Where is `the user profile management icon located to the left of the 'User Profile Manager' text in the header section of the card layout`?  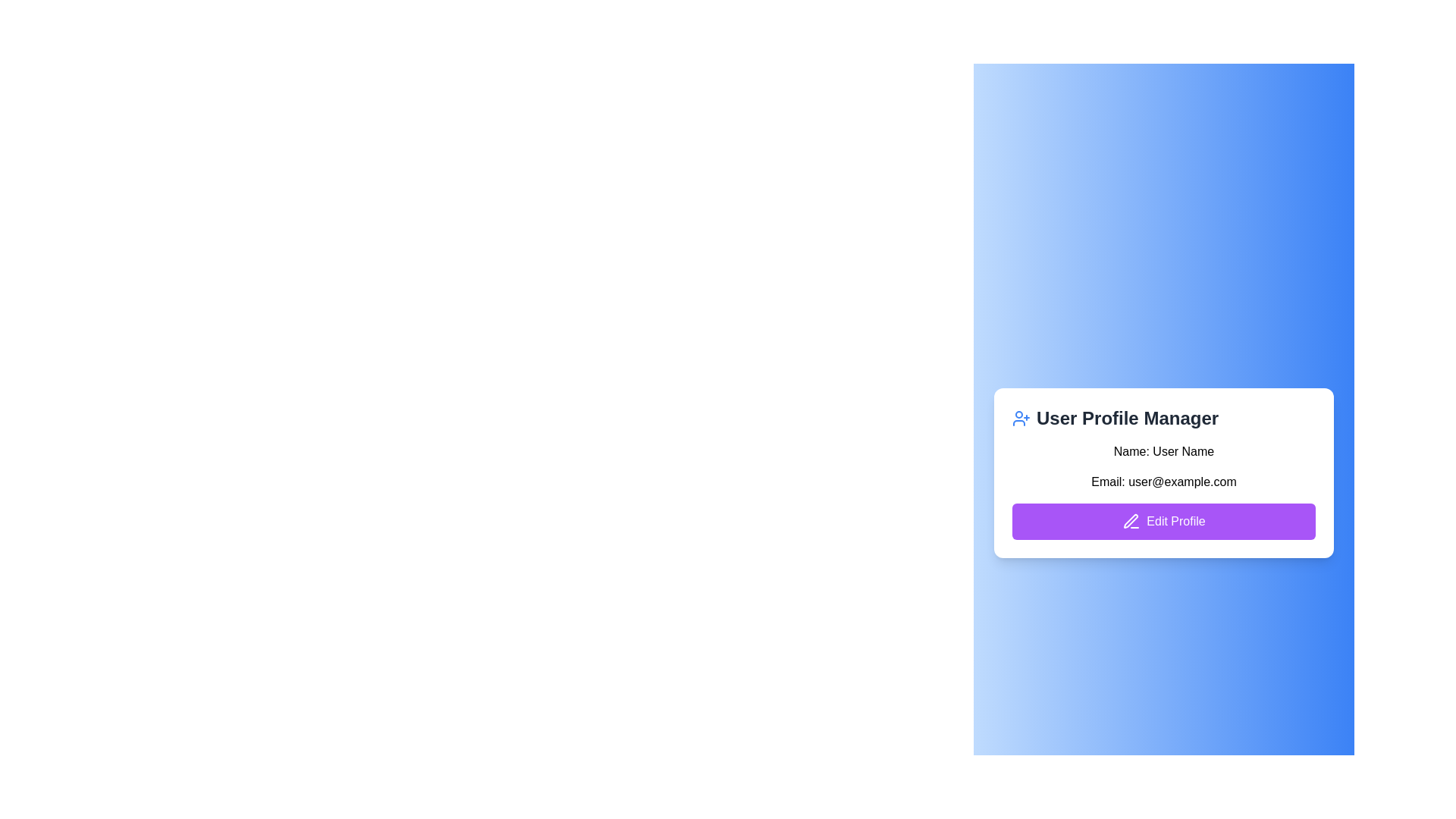 the user profile management icon located to the left of the 'User Profile Manager' text in the header section of the card layout is located at coordinates (1021, 418).